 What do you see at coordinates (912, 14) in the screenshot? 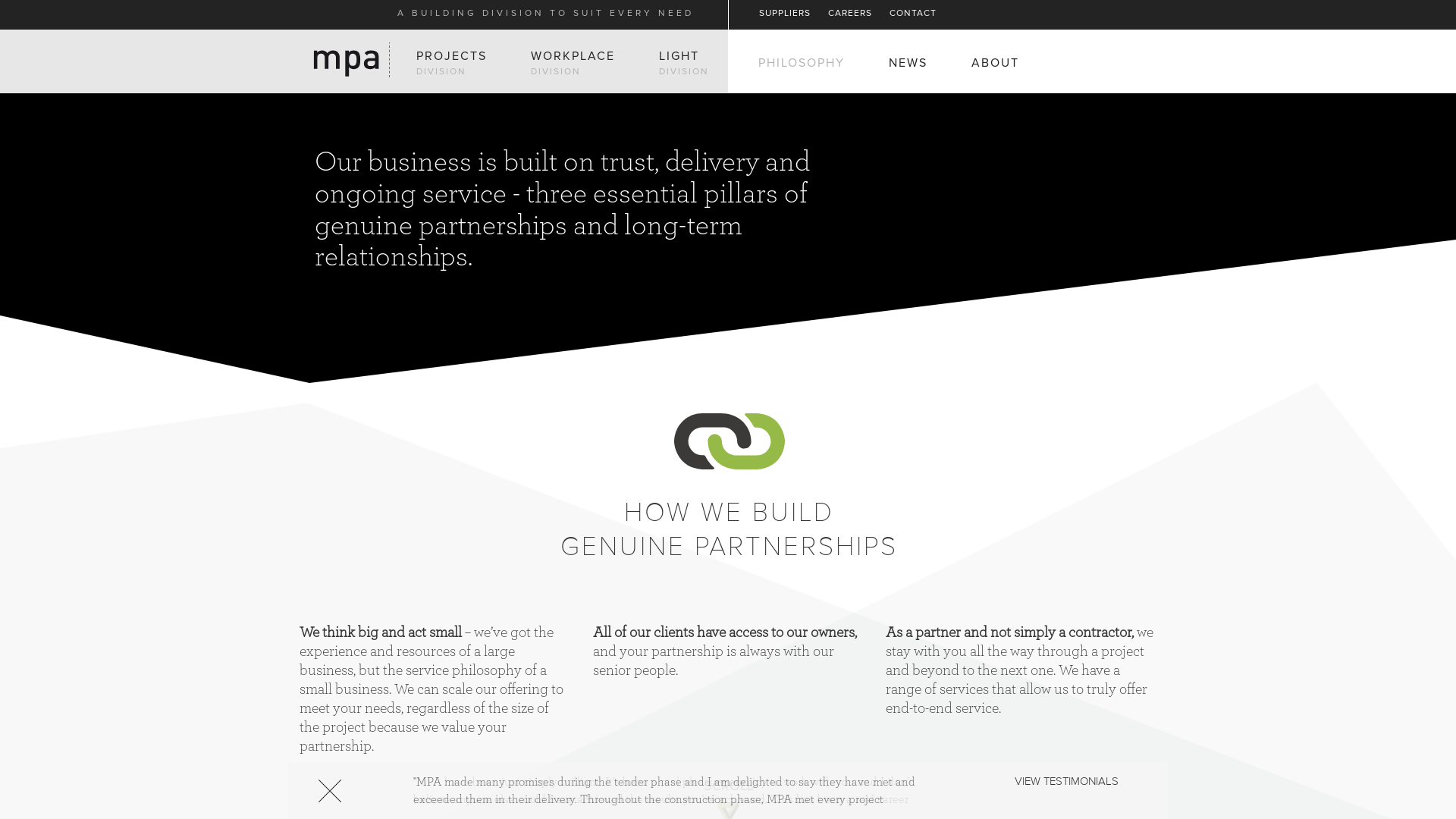
I see `'CONTACT'` at bounding box center [912, 14].